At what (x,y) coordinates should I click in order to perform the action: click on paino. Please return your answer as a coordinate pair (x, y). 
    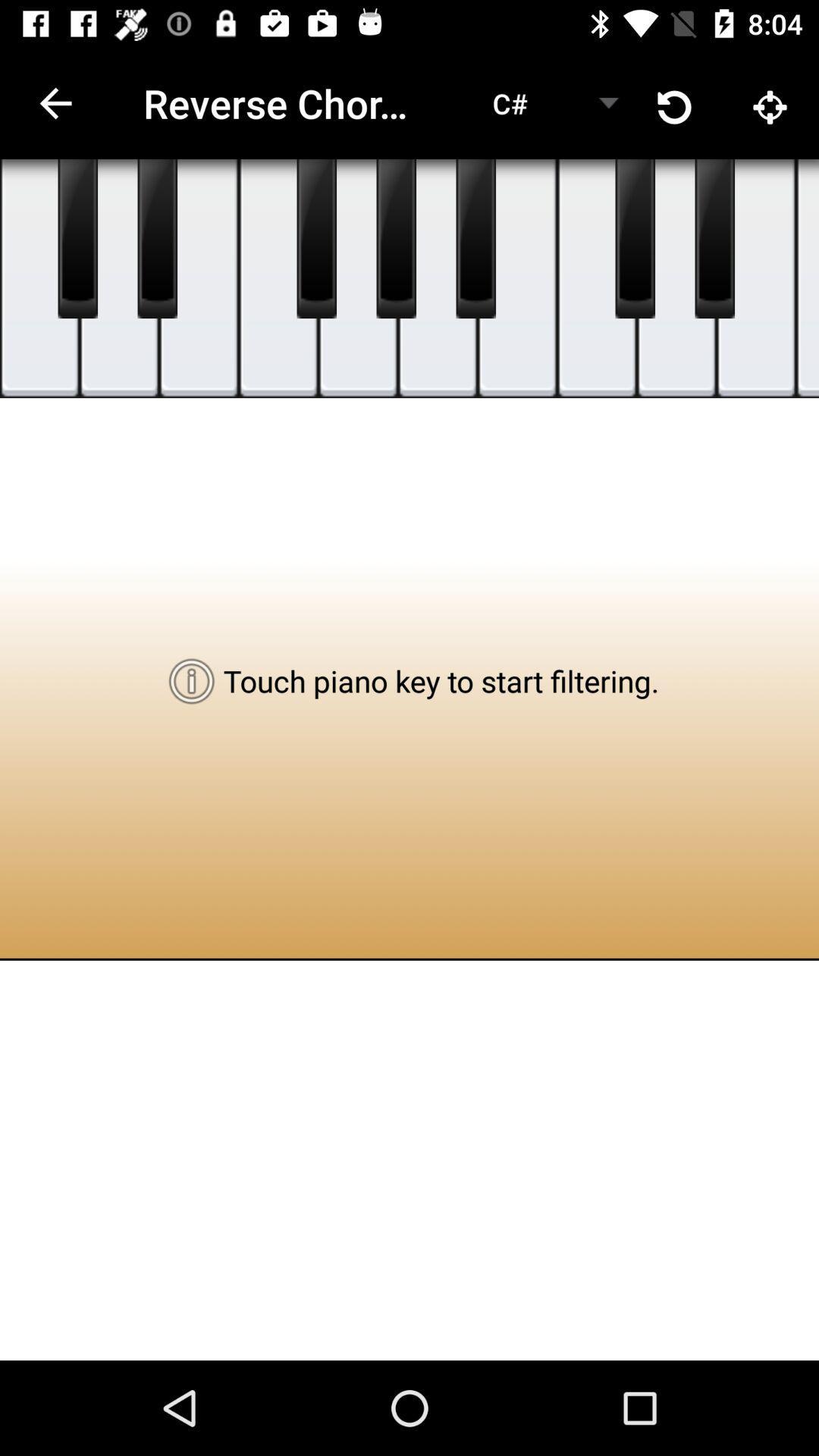
    Looking at the image, I should click on (118, 278).